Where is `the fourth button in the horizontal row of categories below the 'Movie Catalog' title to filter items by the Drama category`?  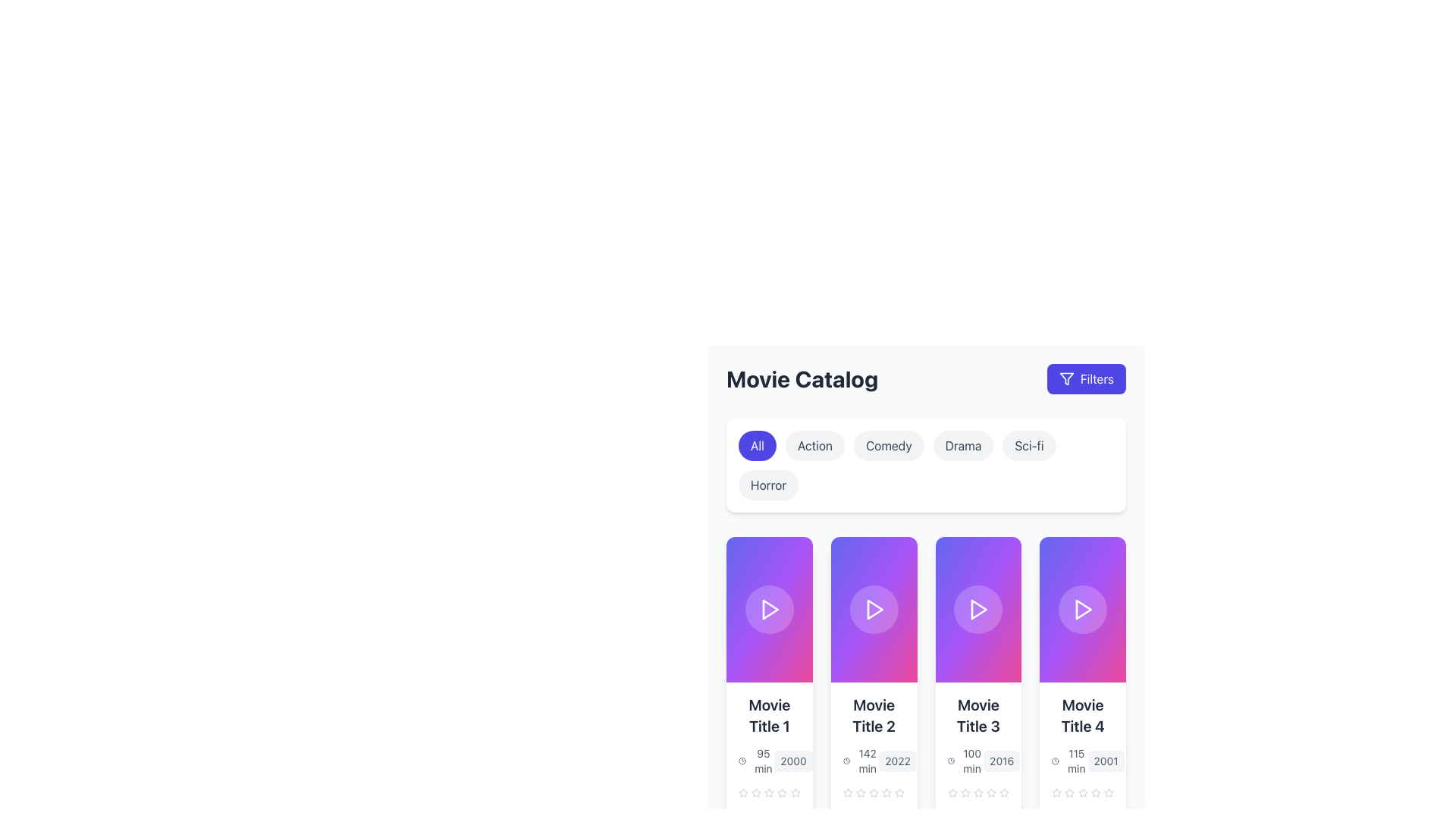 the fourth button in the horizontal row of categories below the 'Movie Catalog' title to filter items by the Drama category is located at coordinates (962, 444).